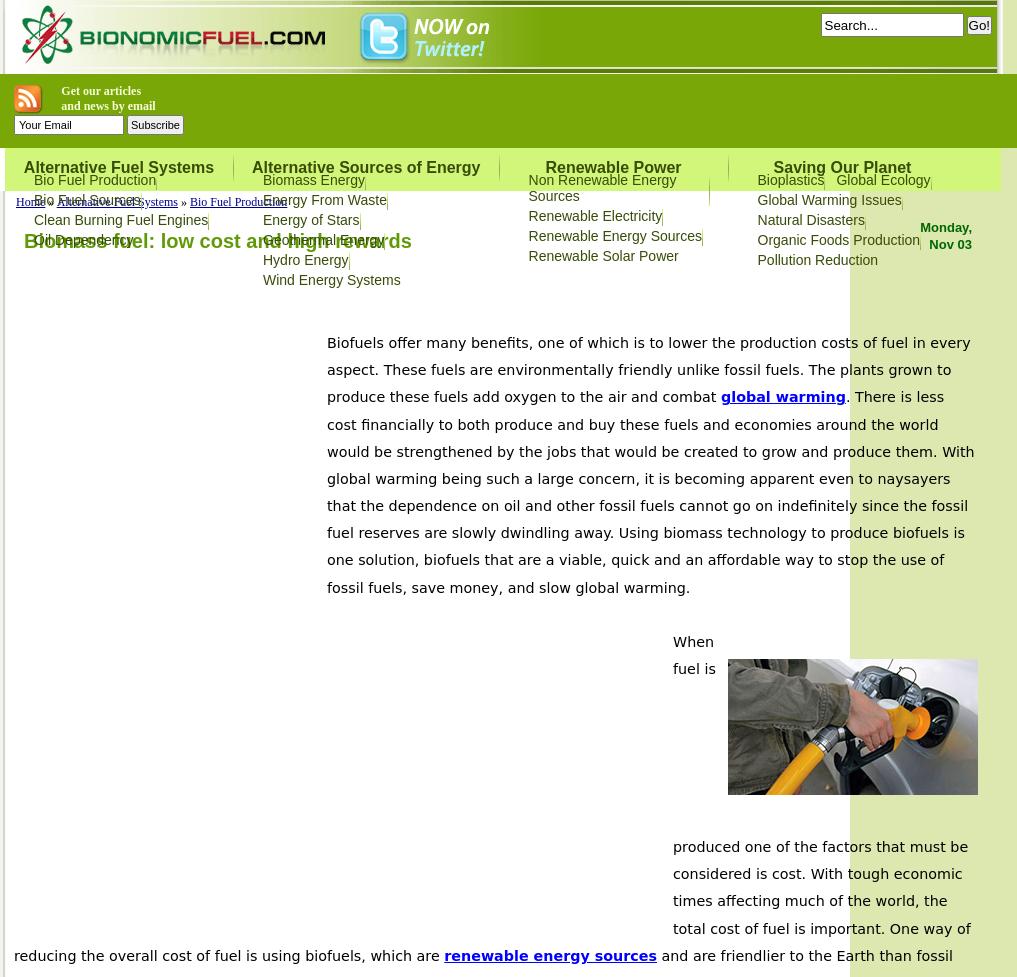  What do you see at coordinates (719, 396) in the screenshot?
I see `'global warming'` at bounding box center [719, 396].